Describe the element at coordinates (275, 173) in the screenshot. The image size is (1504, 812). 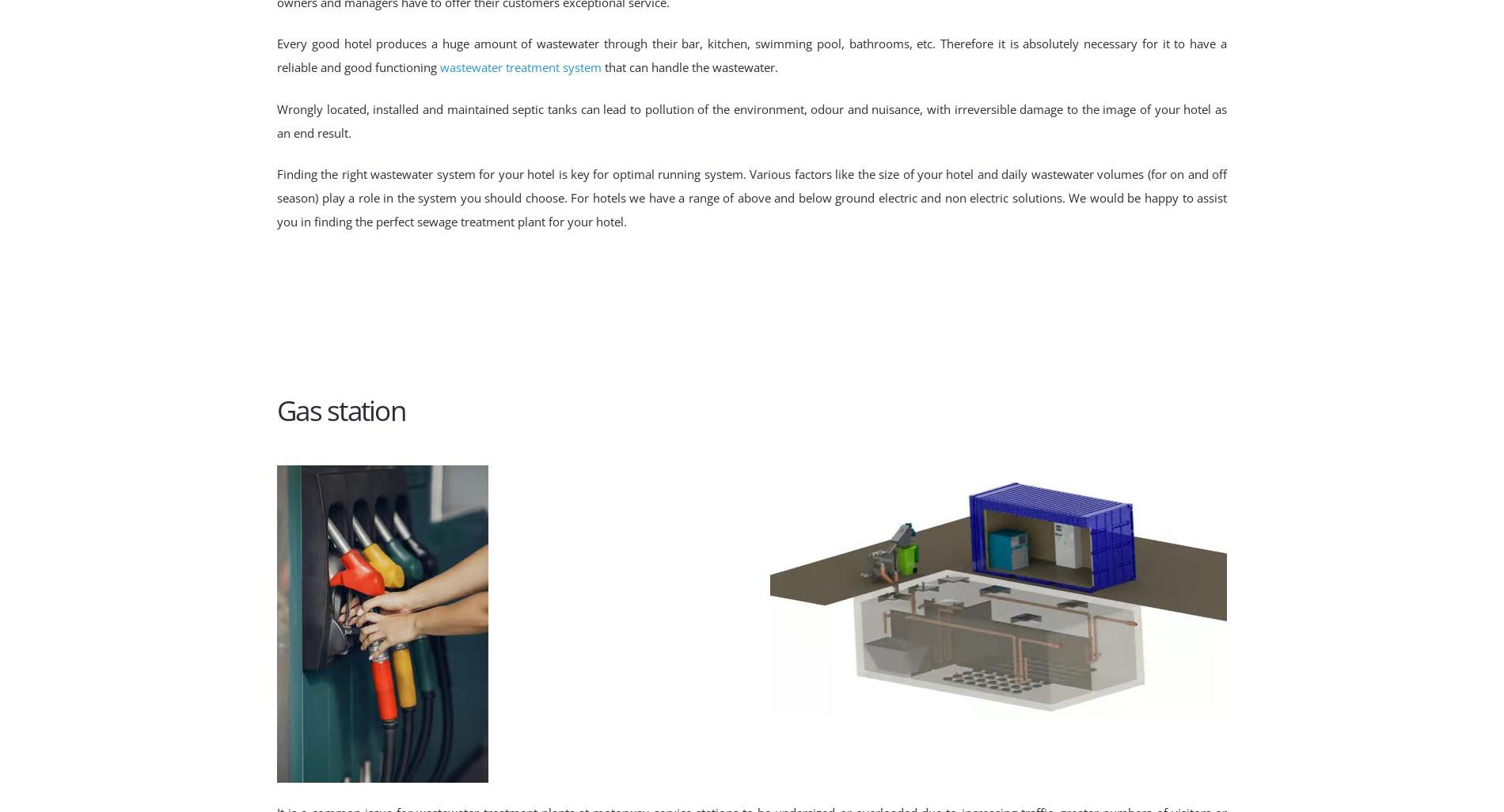
I see `'Finding the right wastewater system for your hotel is ke'` at that location.